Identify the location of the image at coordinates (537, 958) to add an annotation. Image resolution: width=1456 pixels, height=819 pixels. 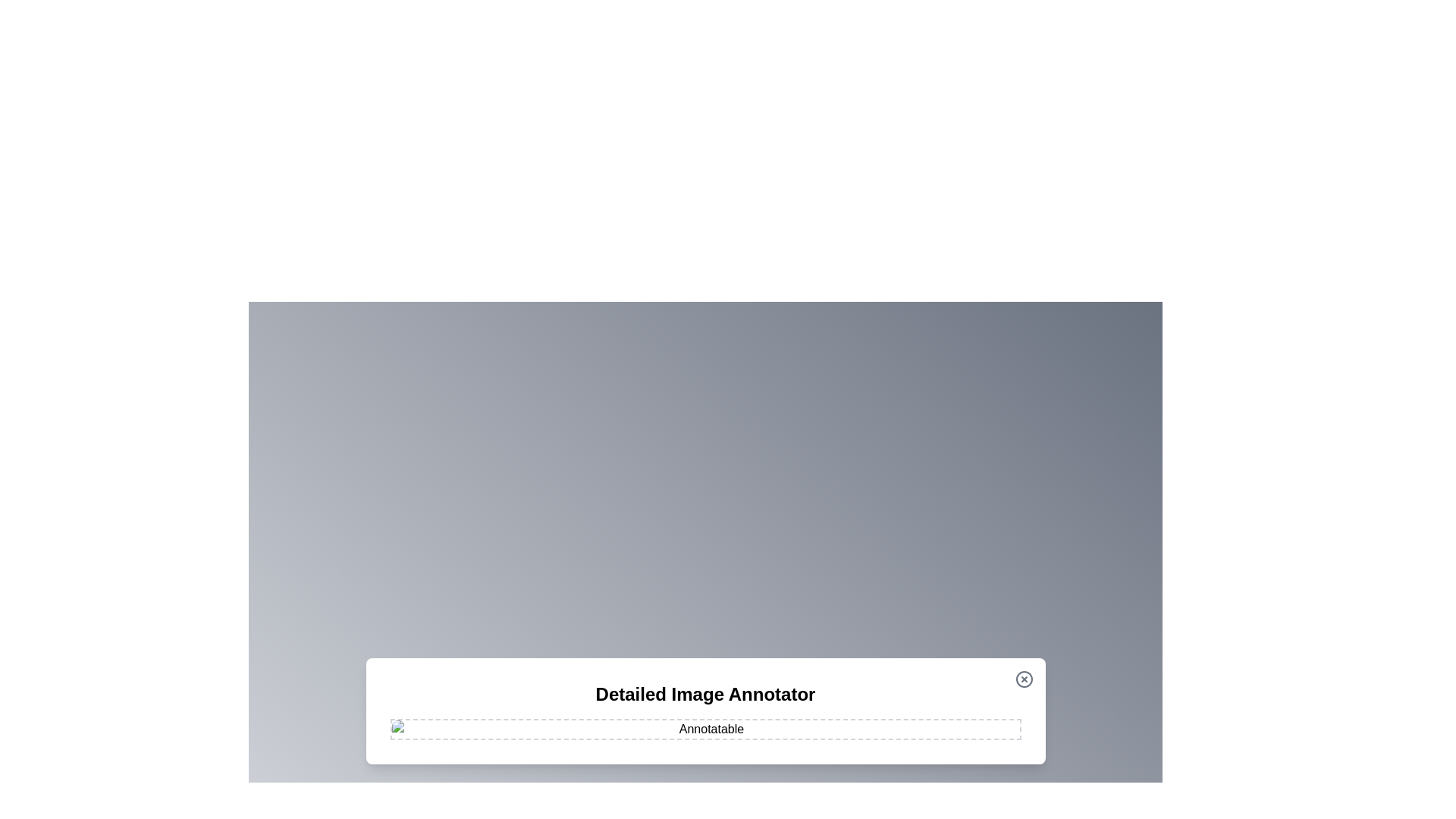
(407, 725).